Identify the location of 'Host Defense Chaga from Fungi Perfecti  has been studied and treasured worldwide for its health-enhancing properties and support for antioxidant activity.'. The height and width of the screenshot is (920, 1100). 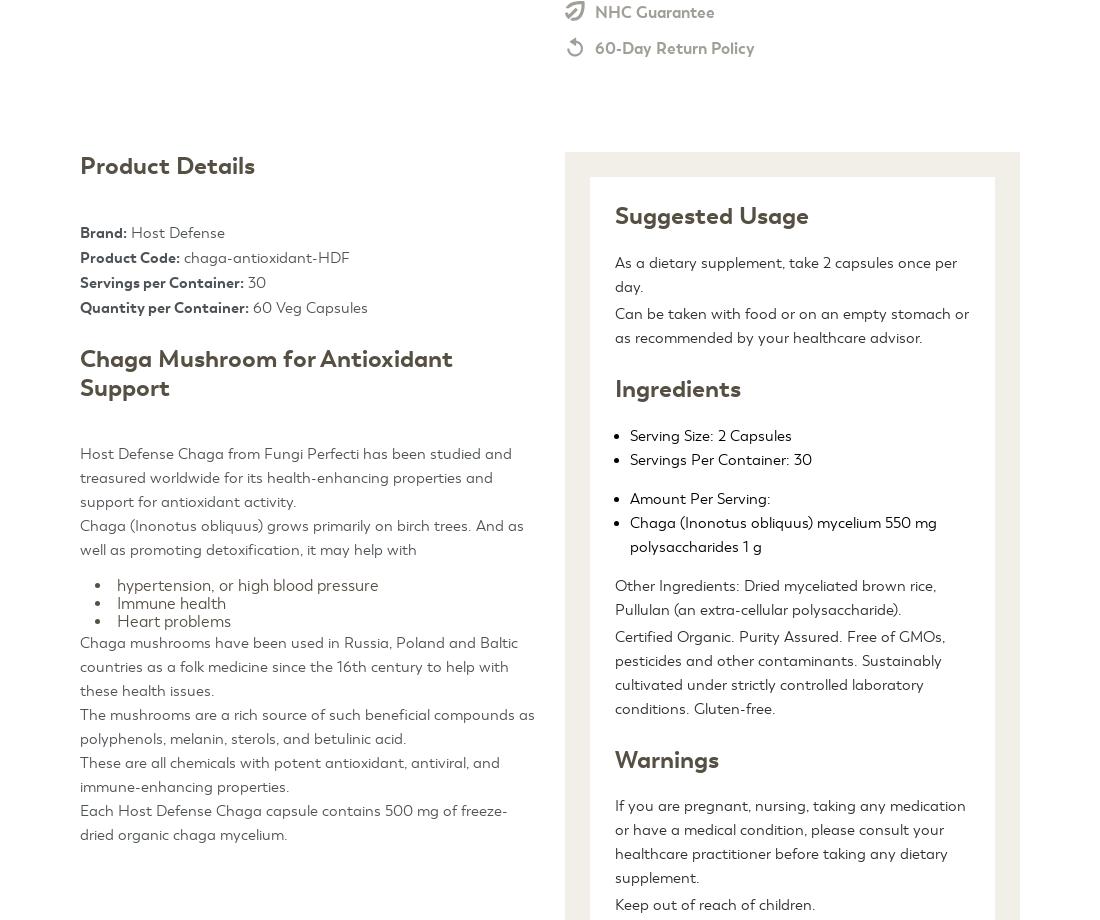
(295, 478).